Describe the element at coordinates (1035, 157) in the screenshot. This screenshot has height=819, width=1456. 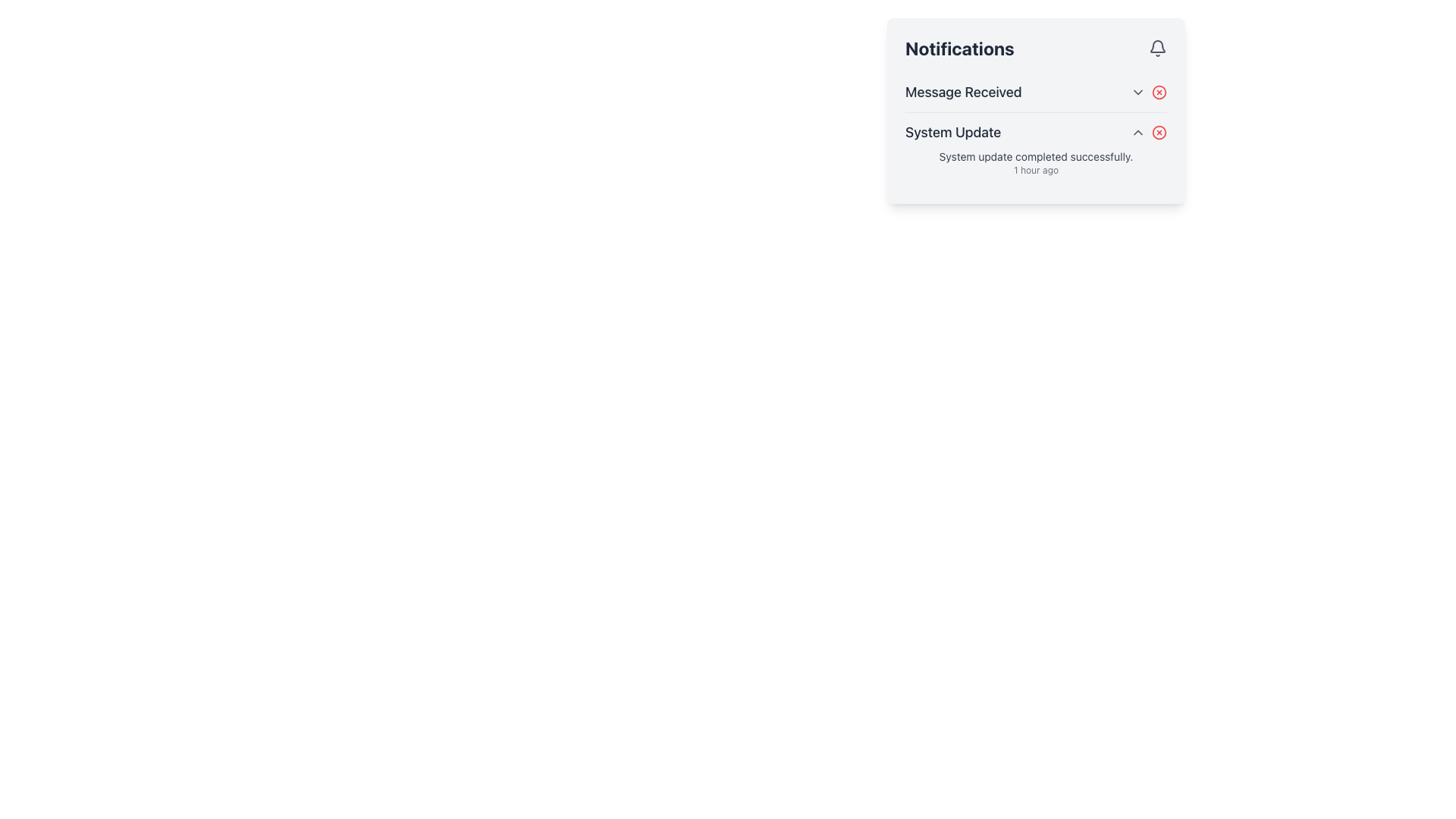
I see `the text display element that shows 'System update completed successfully.' located in the 'System Update' section of the 'Notifications' card` at that location.